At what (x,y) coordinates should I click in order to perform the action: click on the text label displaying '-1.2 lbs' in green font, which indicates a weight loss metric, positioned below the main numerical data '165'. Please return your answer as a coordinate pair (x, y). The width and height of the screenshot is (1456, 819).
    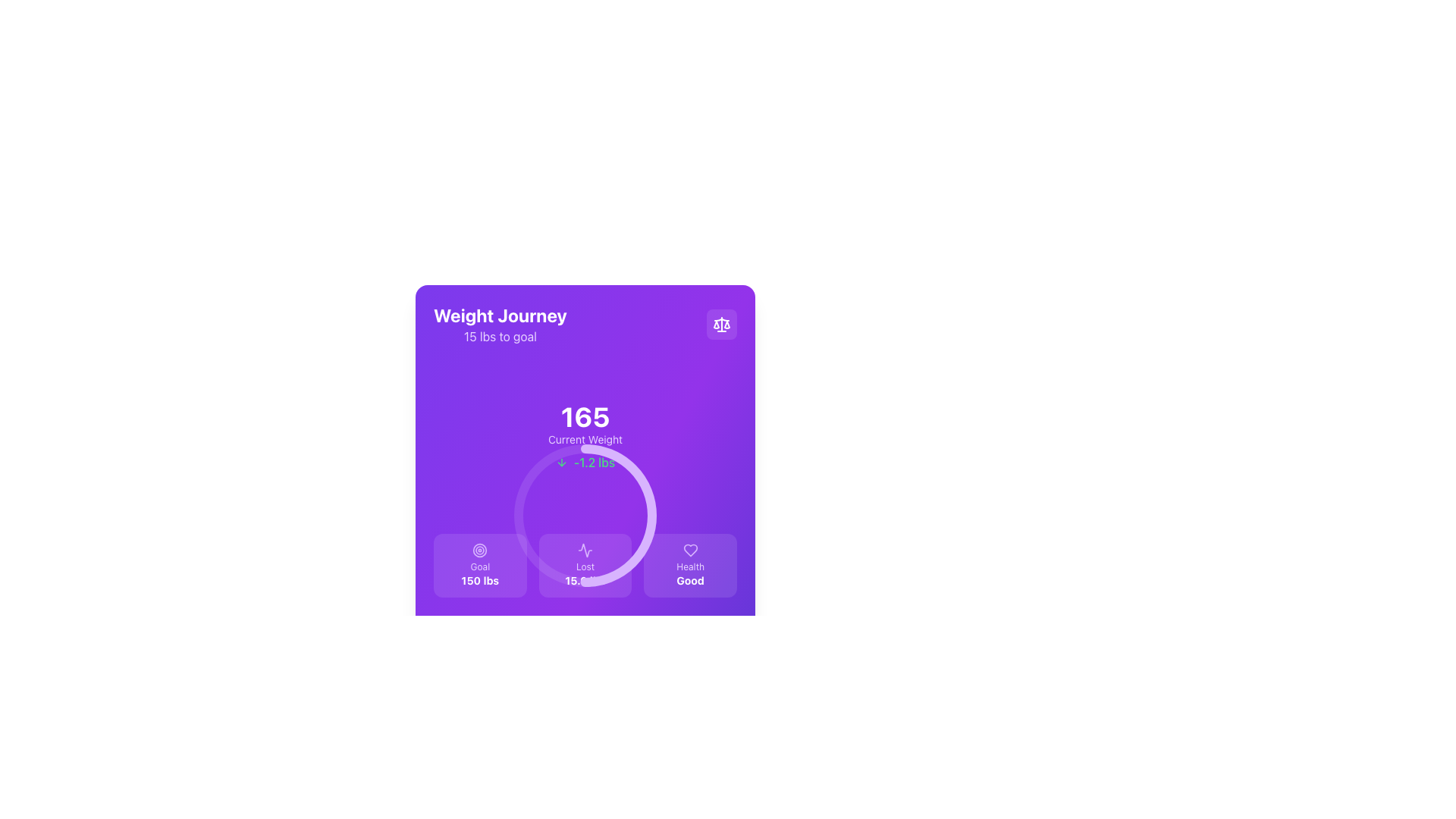
    Looking at the image, I should click on (593, 461).